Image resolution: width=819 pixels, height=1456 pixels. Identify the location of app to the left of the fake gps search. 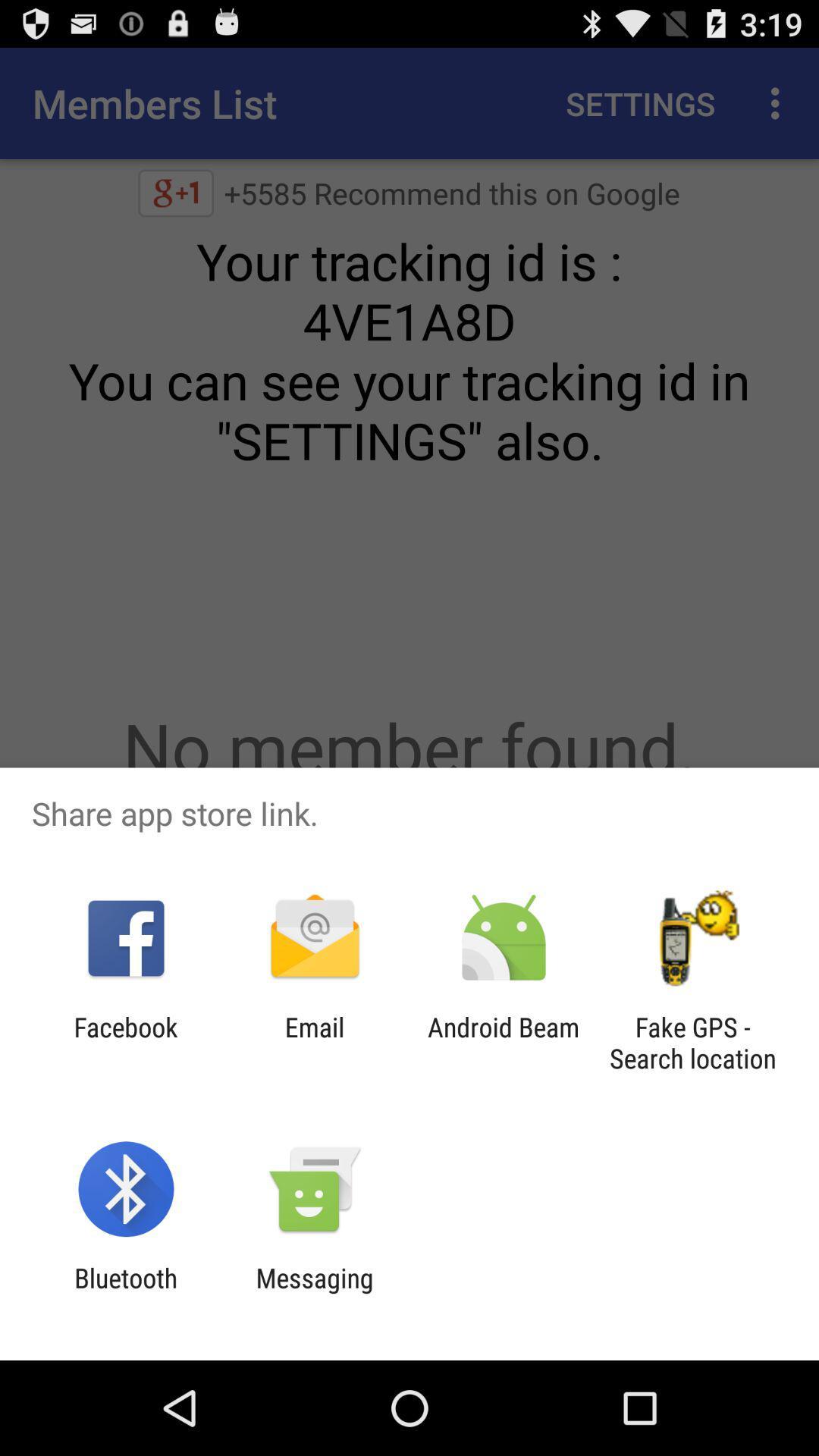
(504, 1042).